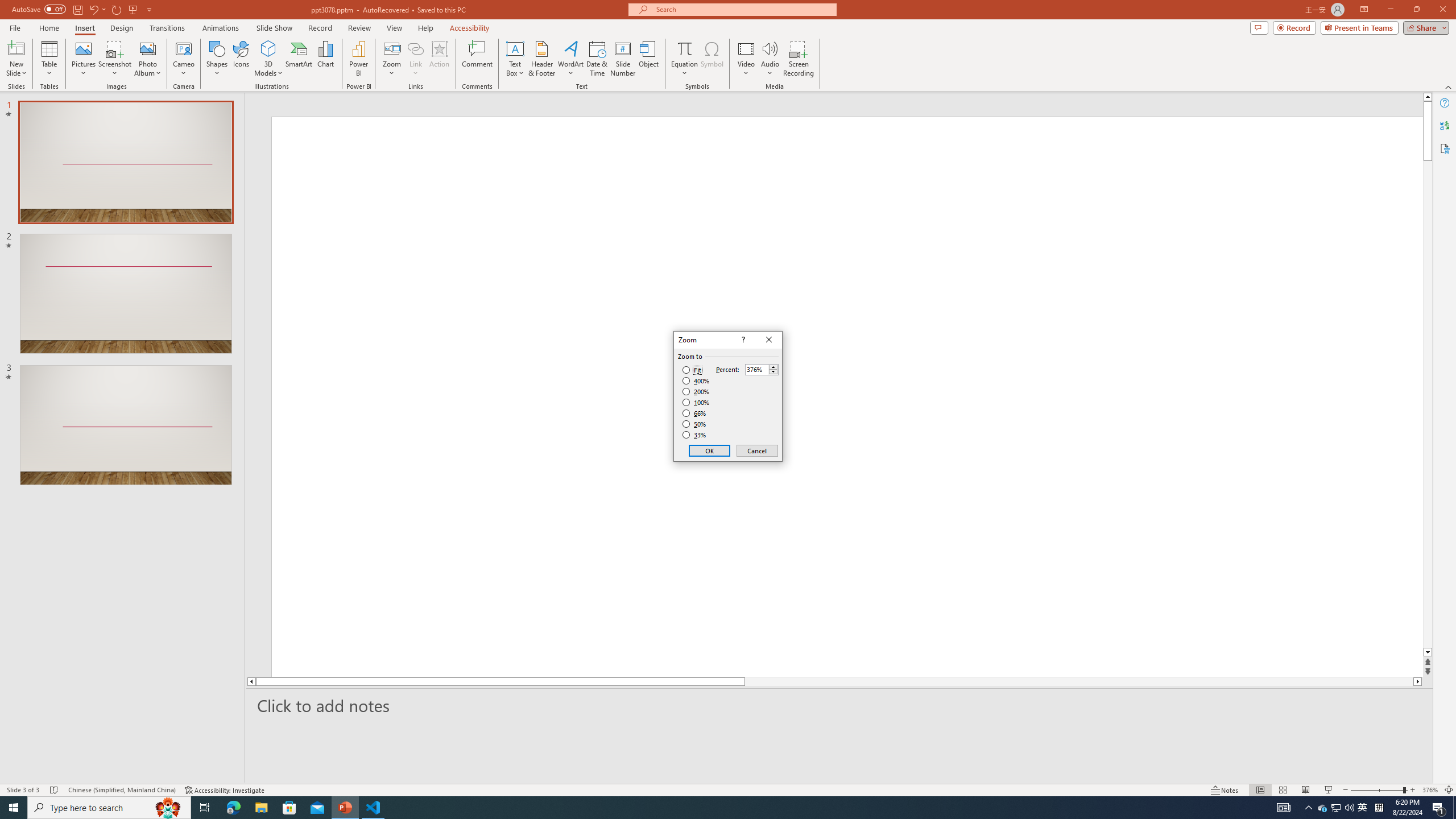  I want to click on 'Tray Input Indicator - Chinese (Simplified, China)', so click(1379, 806).